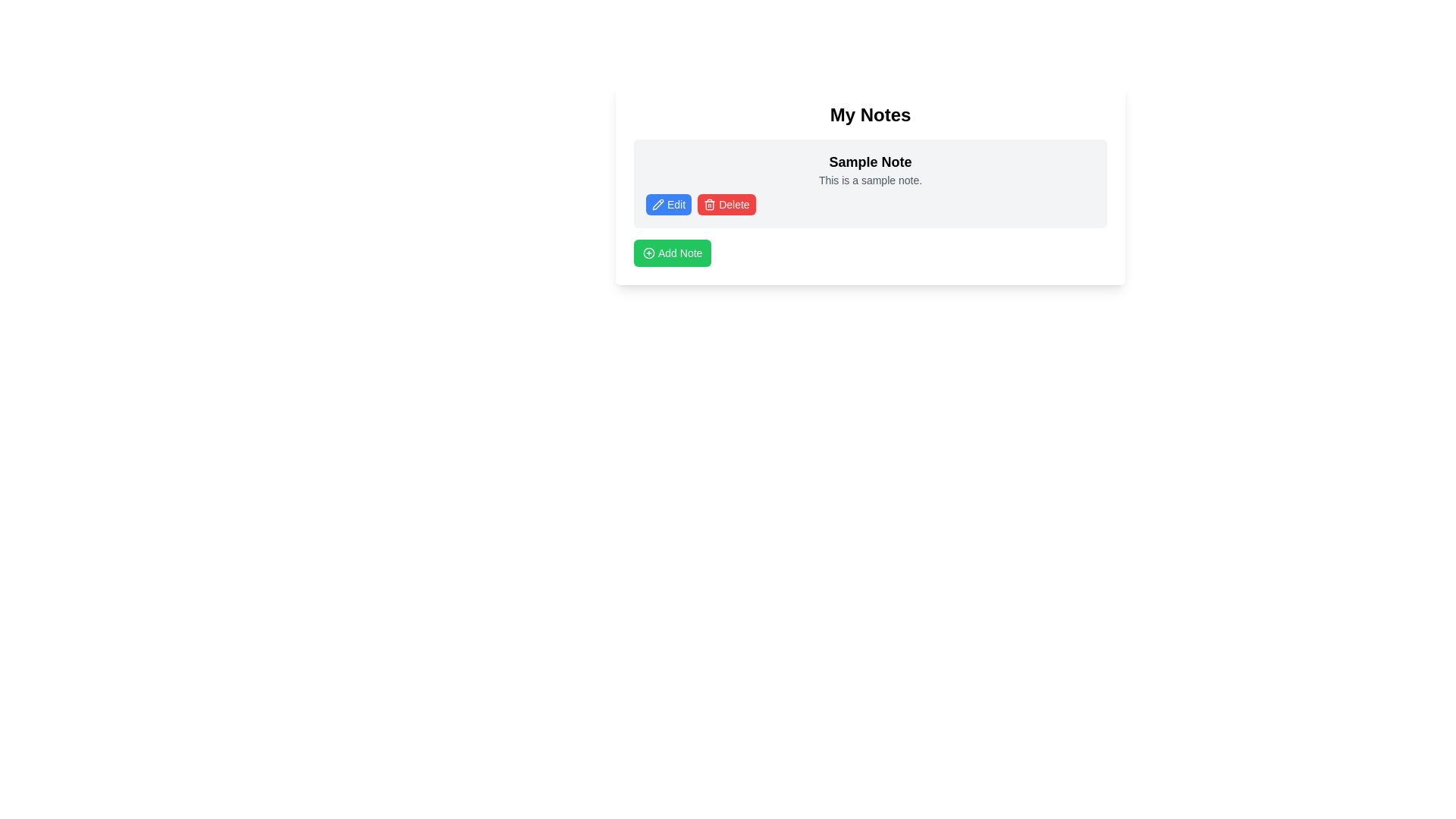 This screenshot has width=1456, height=819. I want to click on the outermost circular part of the 'Add Note' button's iconographic component, which is visually integrated into the button's design, so click(648, 253).